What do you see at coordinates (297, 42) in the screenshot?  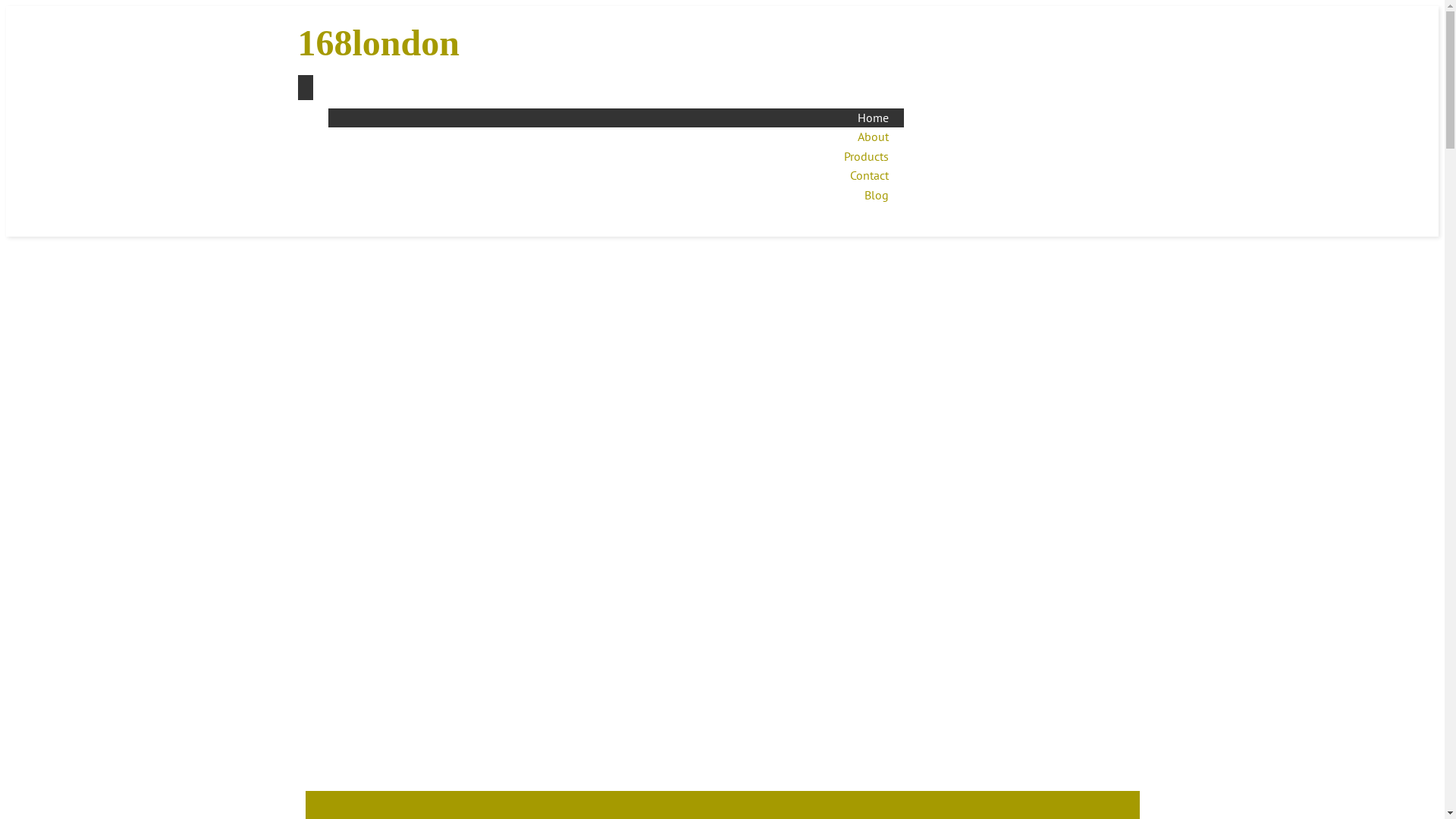 I see `'168london'` at bounding box center [297, 42].